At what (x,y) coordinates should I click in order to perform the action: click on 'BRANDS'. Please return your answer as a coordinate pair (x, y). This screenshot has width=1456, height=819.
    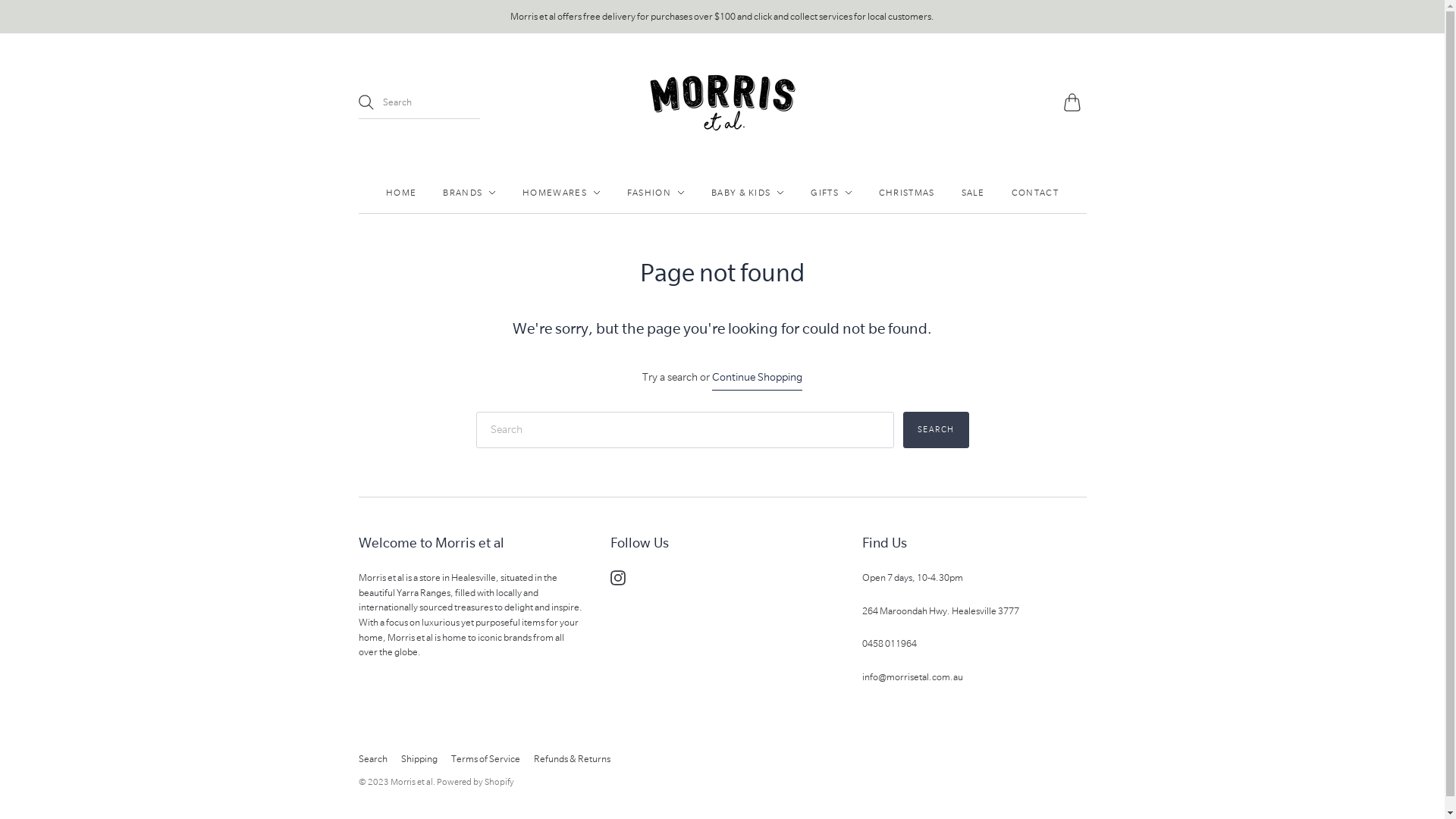
    Looking at the image, I should click on (469, 192).